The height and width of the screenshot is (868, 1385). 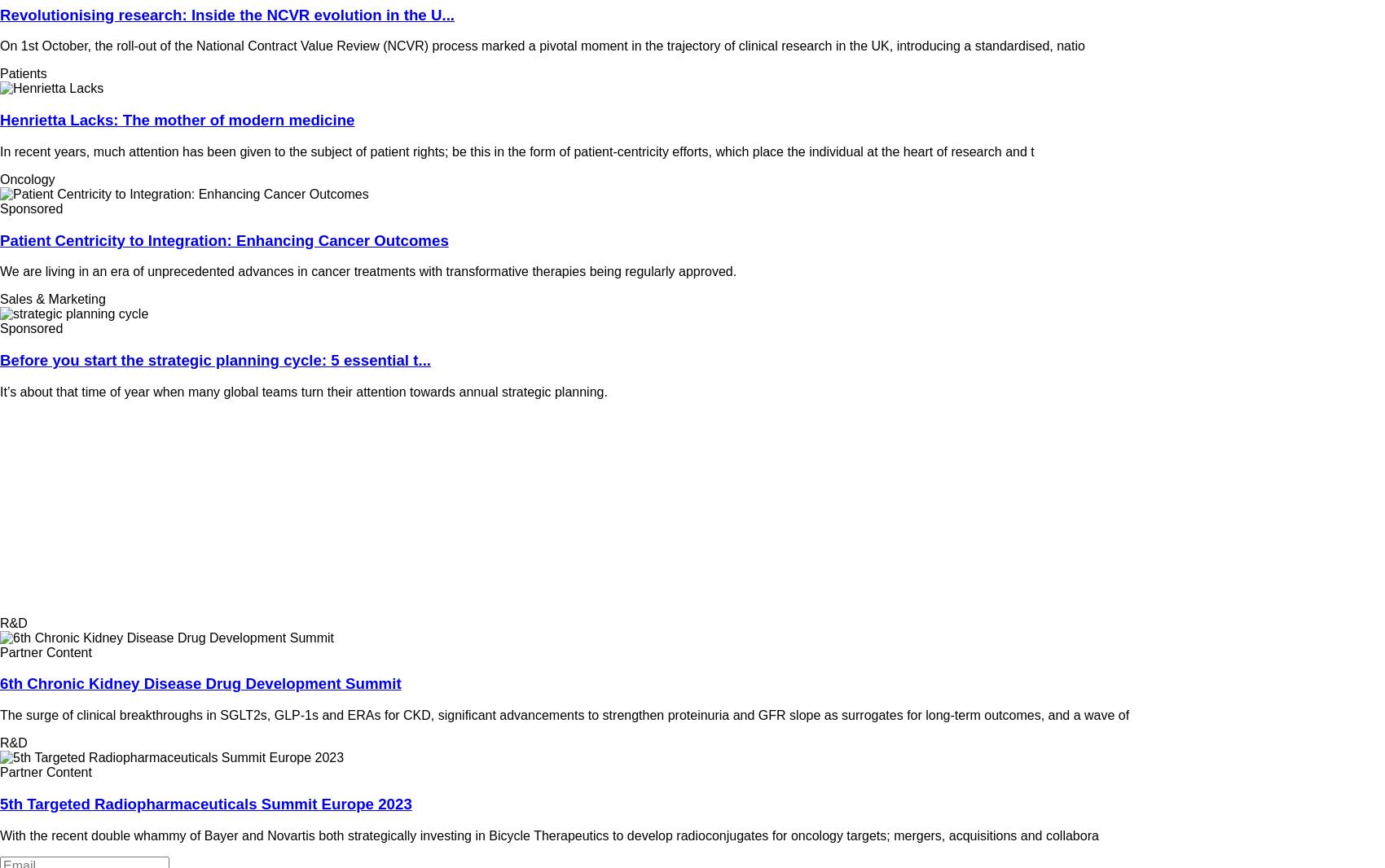 I want to click on 'Before you start the strategic planning cycle: 5 essential t...', so click(x=0, y=360).